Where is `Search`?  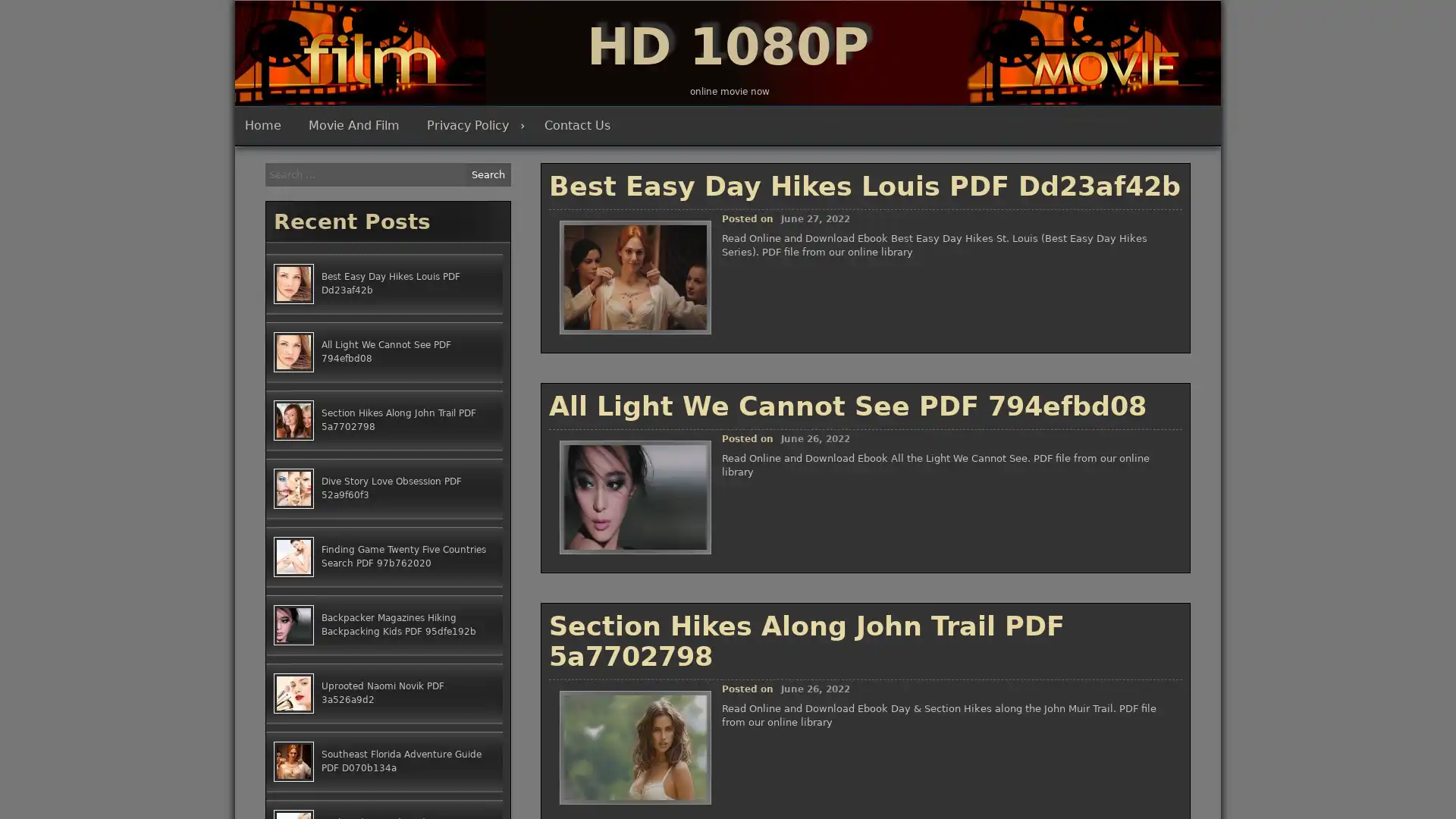
Search is located at coordinates (488, 174).